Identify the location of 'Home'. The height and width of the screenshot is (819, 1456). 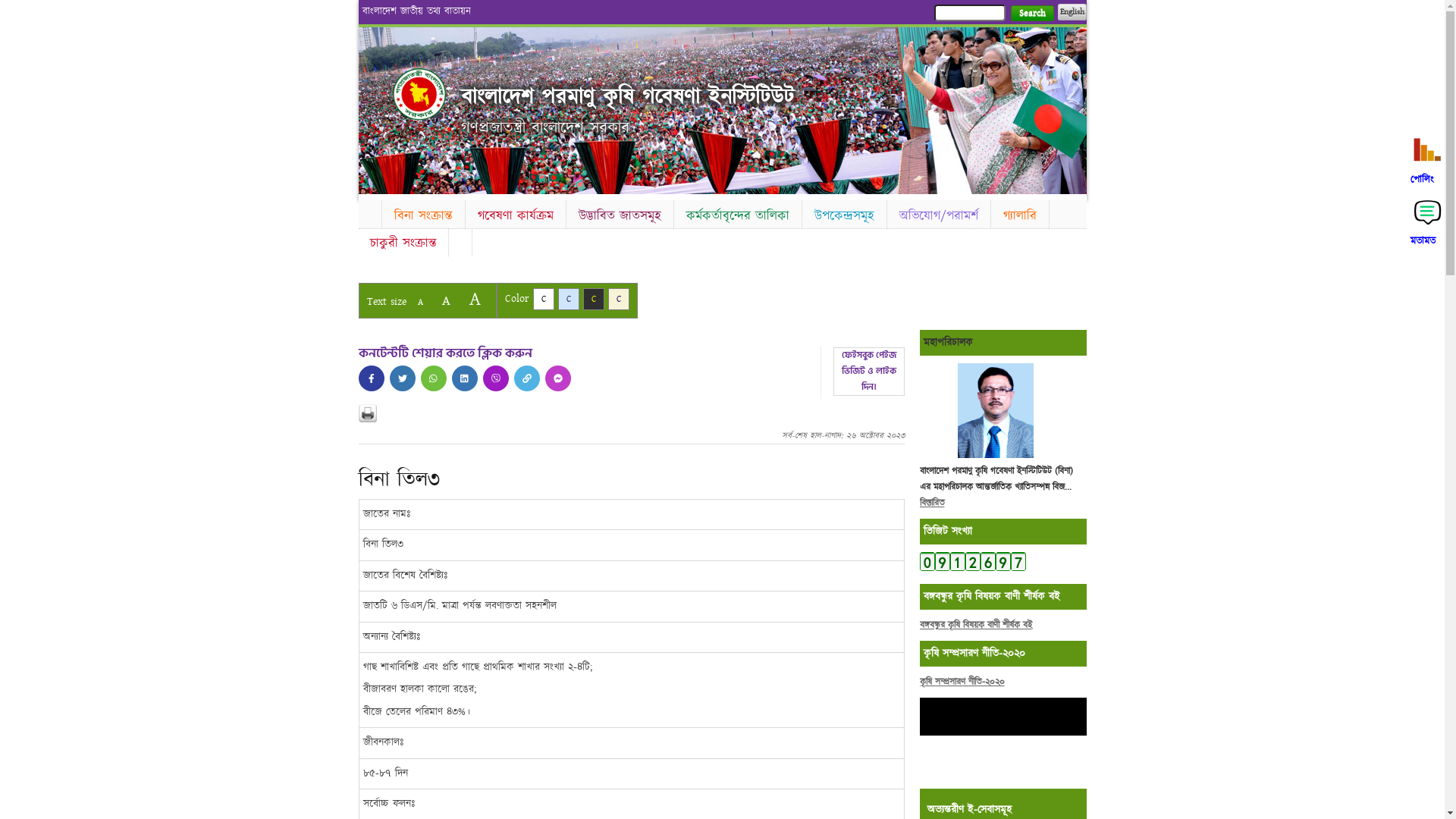
(419, 93).